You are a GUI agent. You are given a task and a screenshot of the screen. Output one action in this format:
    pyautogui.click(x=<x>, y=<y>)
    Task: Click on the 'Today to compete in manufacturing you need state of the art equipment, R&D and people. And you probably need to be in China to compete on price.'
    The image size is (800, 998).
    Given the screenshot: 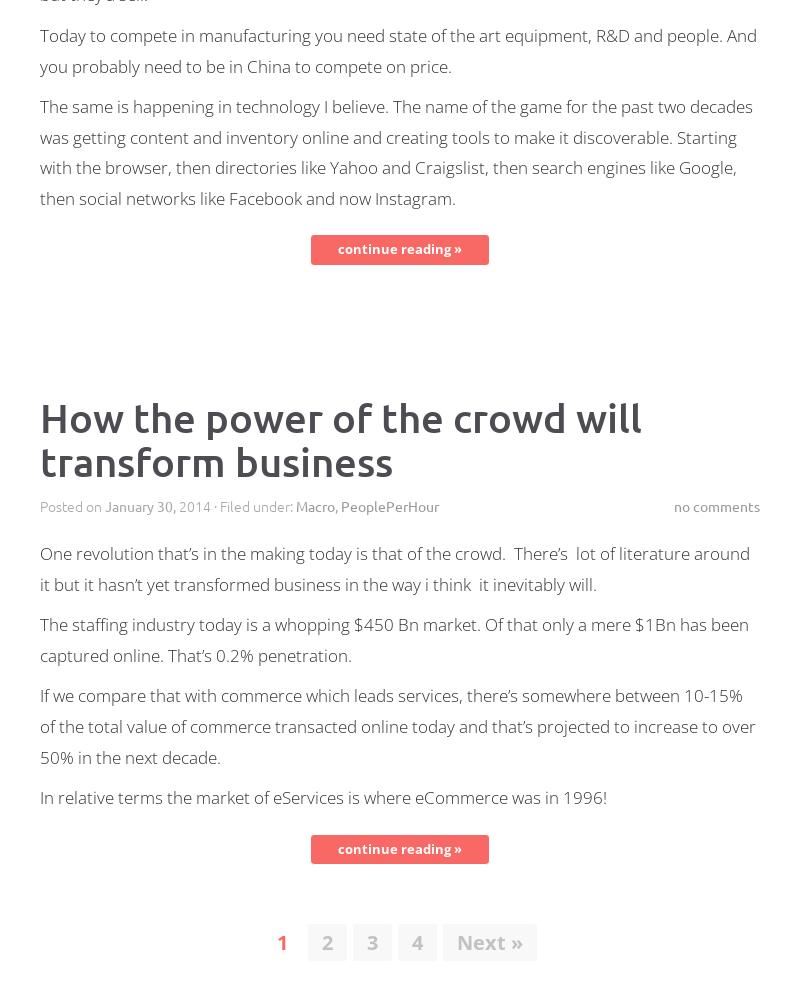 What is the action you would take?
    pyautogui.click(x=39, y=49)
    